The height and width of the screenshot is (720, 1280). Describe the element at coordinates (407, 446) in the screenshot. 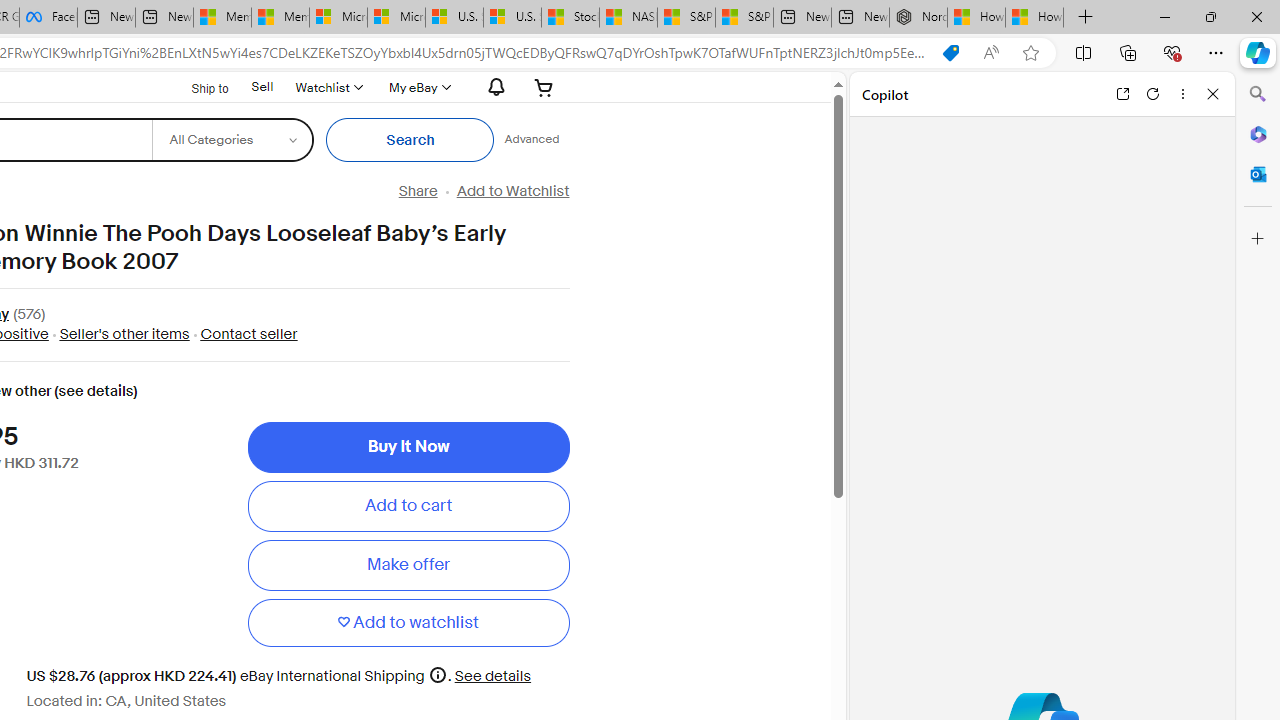

I see `'Buy It Now'` at that location.